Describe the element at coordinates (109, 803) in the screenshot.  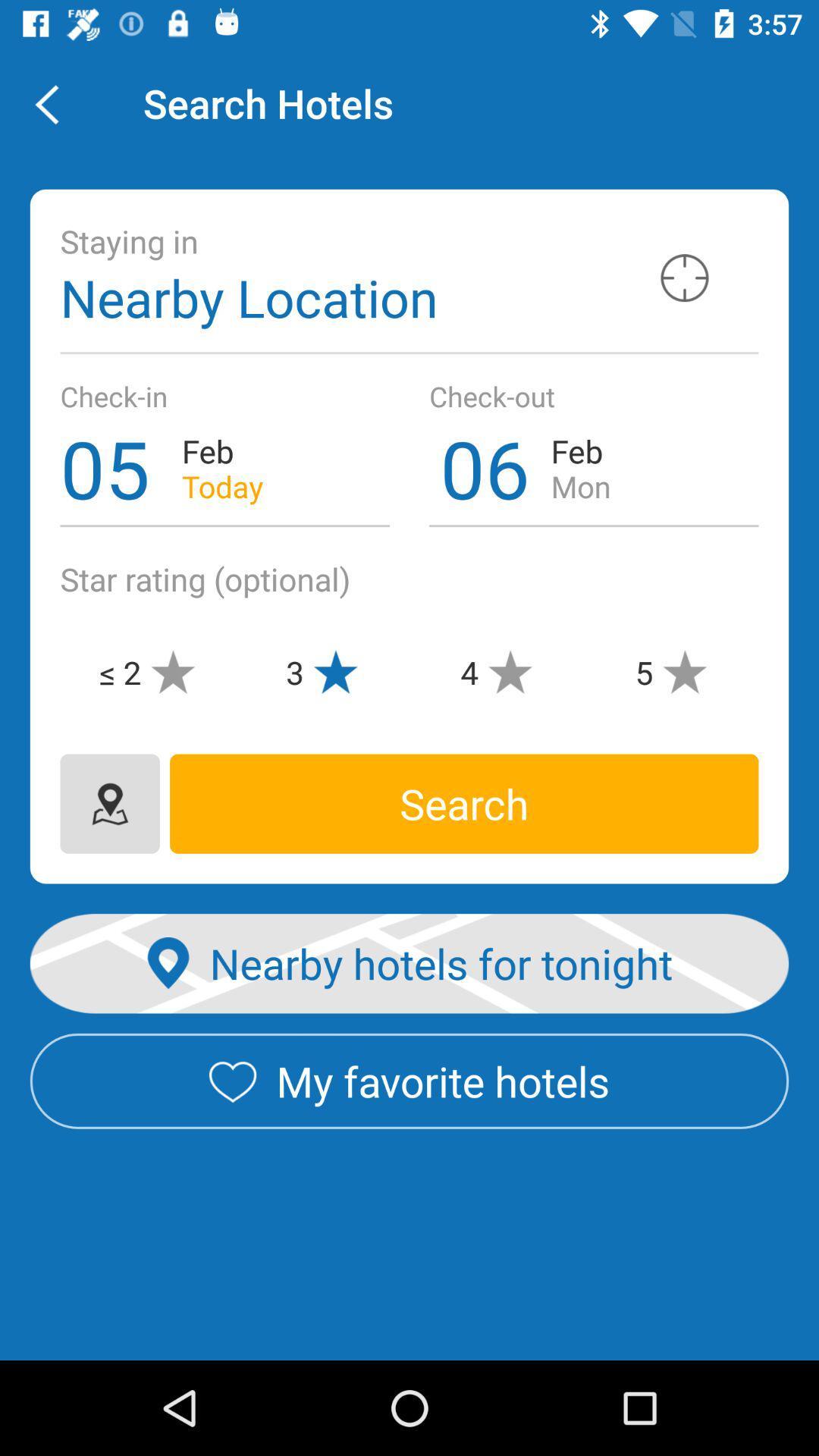
I see `change location` at that location.